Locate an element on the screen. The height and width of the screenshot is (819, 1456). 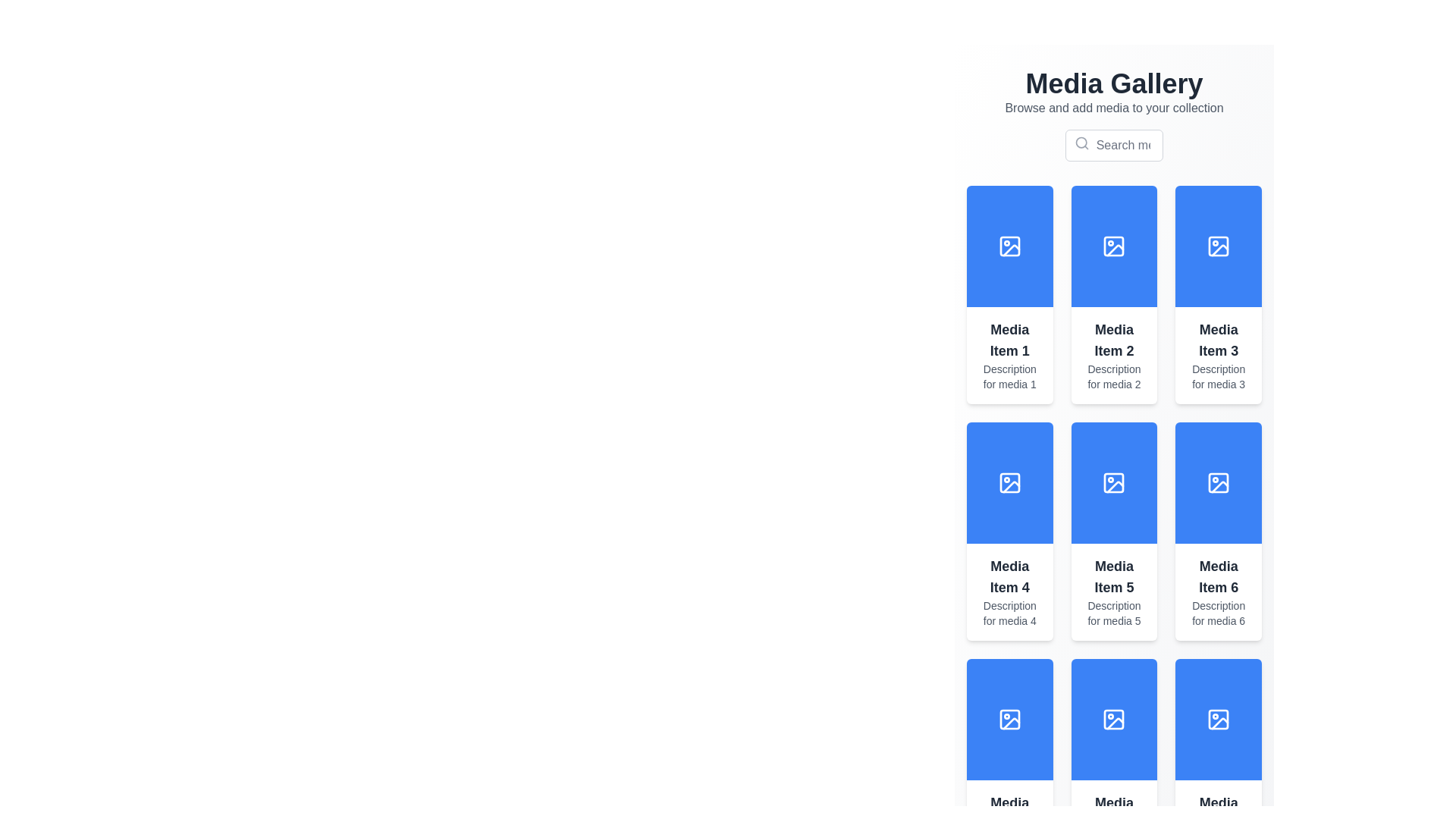
the title text element that serves as a label for a media item in the gallery, located in the second row and third column of the grid is located at coordinates (1219, 576).